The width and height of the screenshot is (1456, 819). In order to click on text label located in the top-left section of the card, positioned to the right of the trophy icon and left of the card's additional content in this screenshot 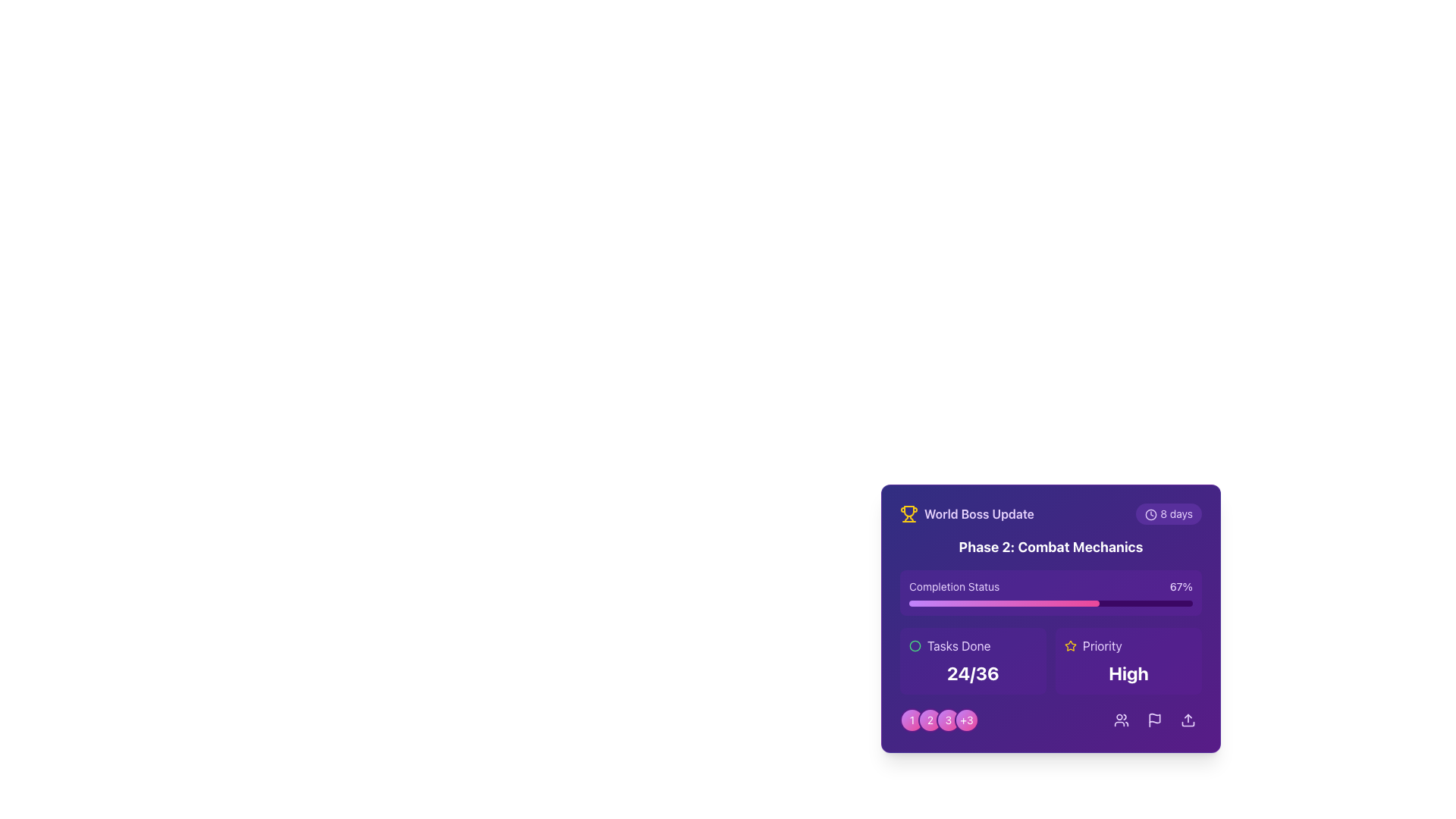, I will do `click(979, 513)`.